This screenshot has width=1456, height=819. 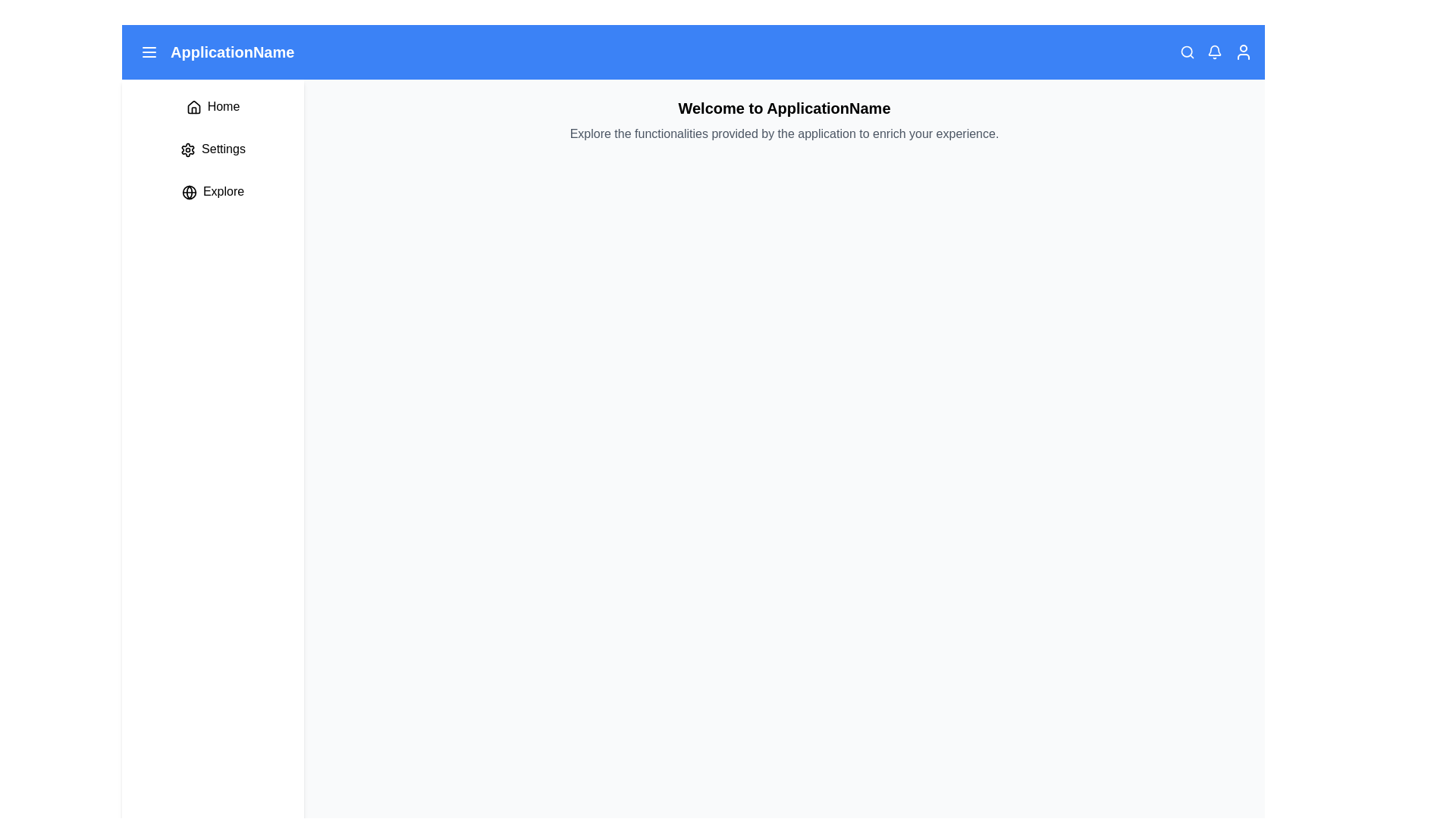 I want to click on informational text block that is gray and smaller in size, located below the 'Welcome to ApplicationName' header, so click(x=784, y=133).